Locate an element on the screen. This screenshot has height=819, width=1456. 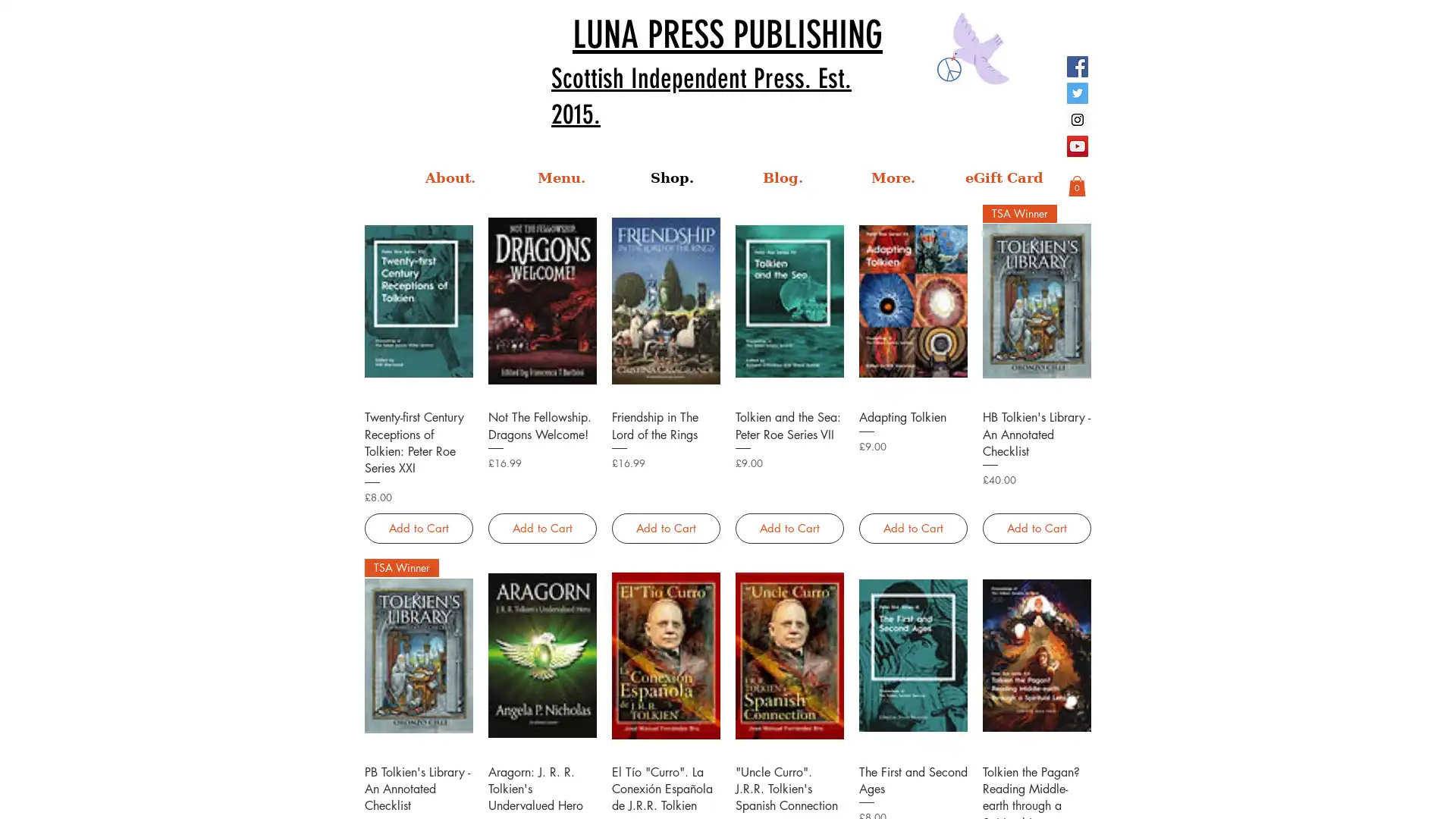
Add to Cart is located at coordinates (665, 527).